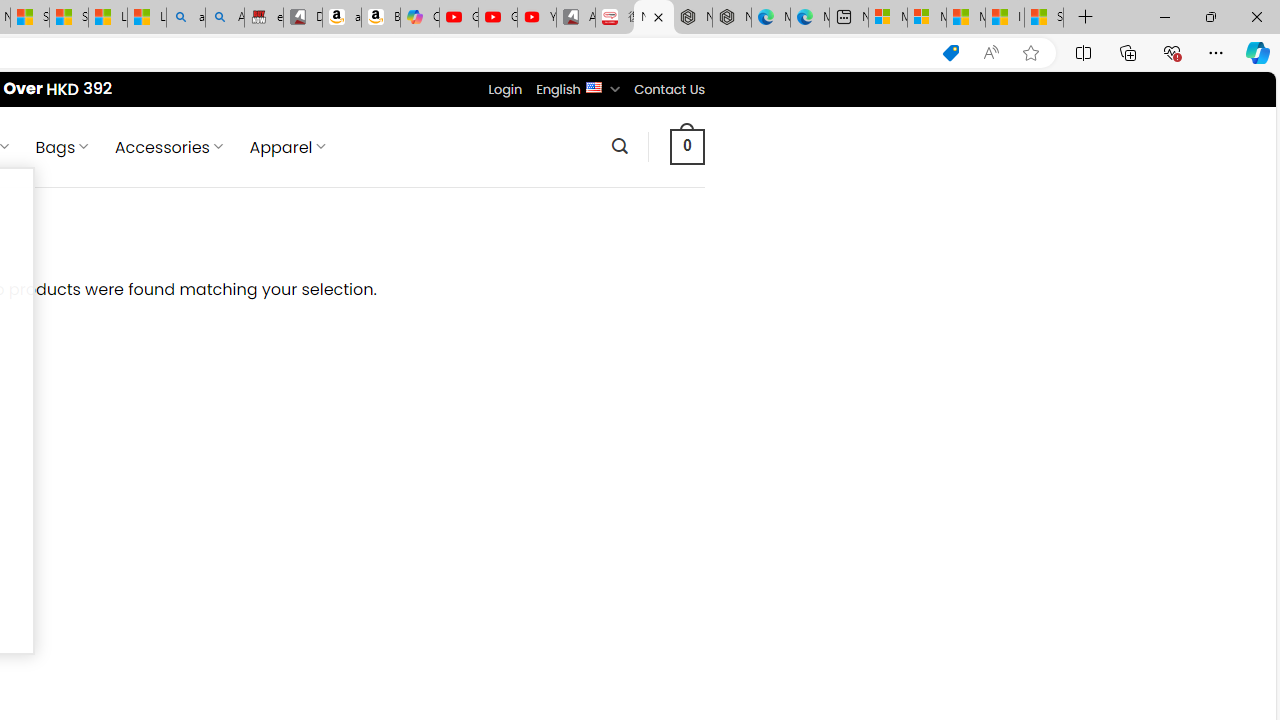 This screenshot has height=720, width=1280. I want to click on 'New Tab', so click(1085, 17).